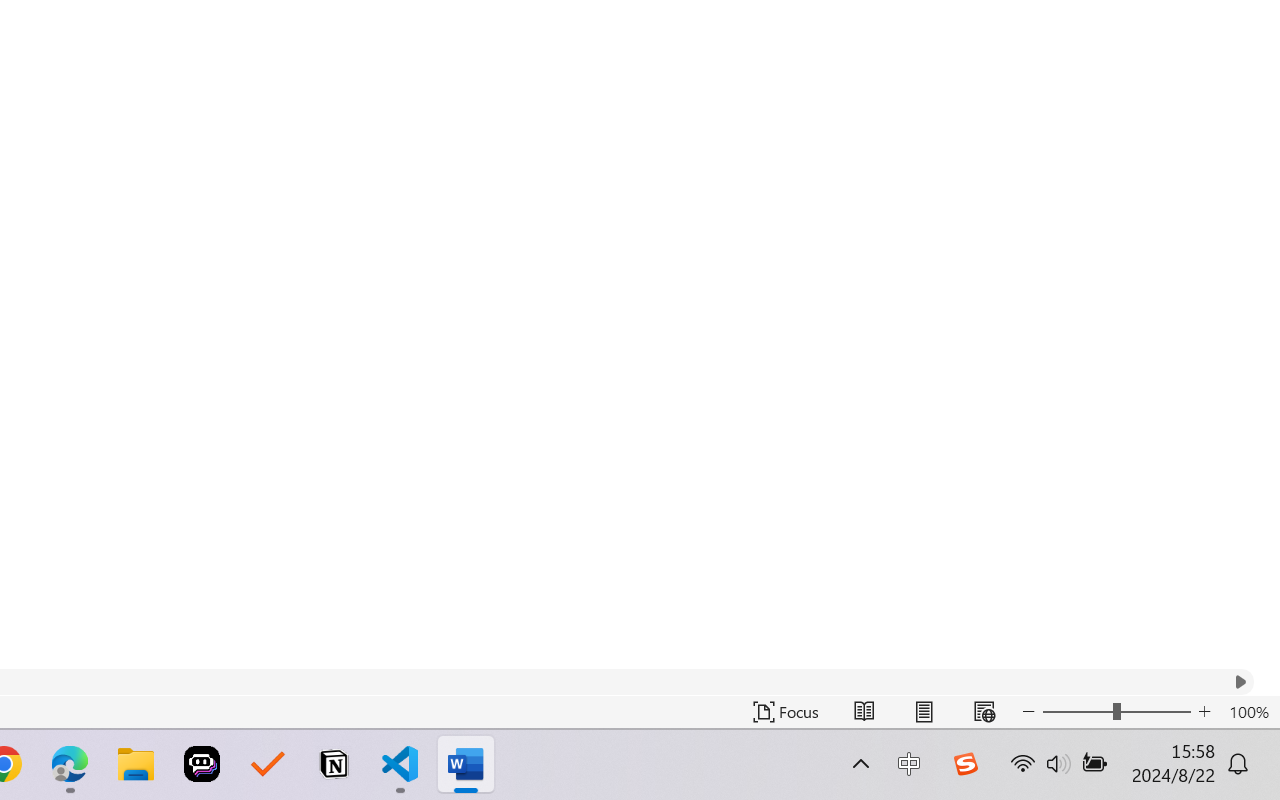 Image resolution: width=1280 pixels, height=800 pixels. What do you see at coordinates (1204, 711) in the screenshot?
I see `'Zoom In'` at bounding box center [1204, 711].